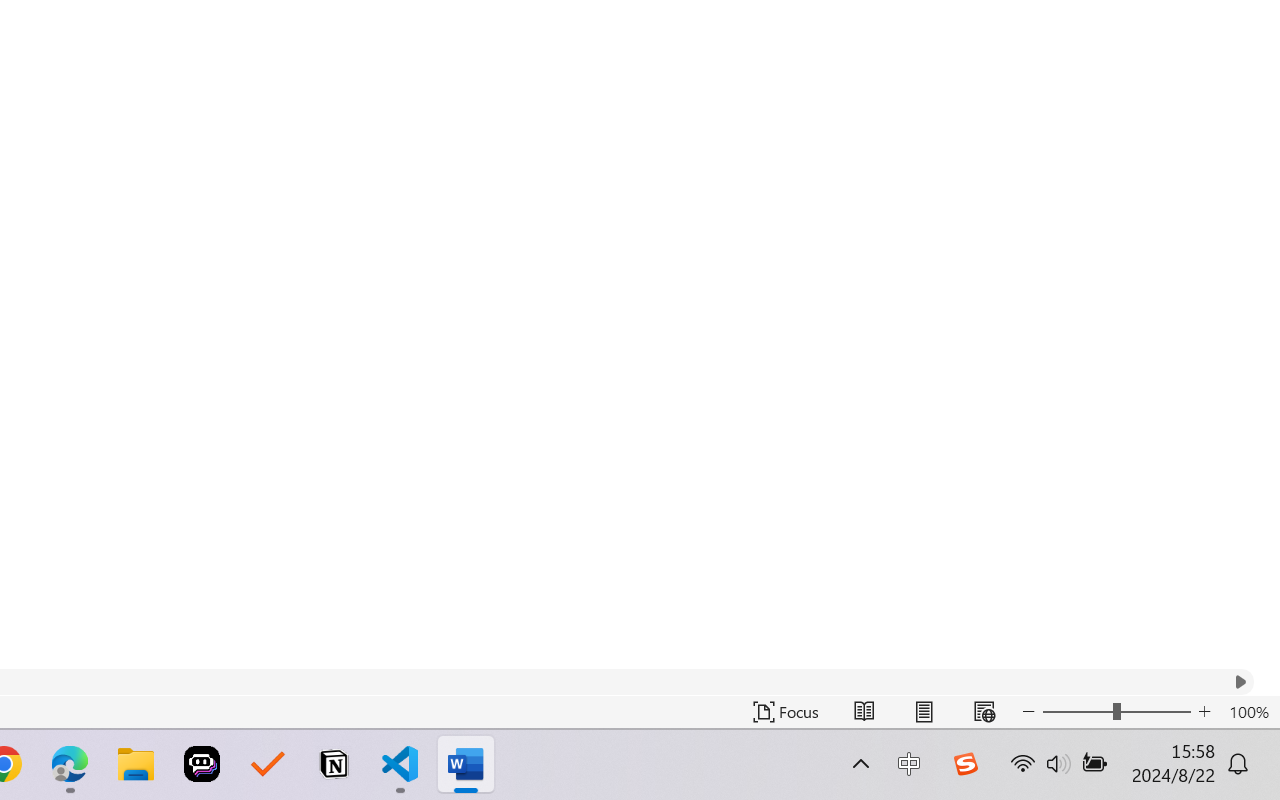 Image resolution: width=1280 pixels, height=800 pixels. What do you see at coordinates (1204, 711) in the screenshot?
I see `'Zoom In'` at bounding box center [1204, 711].